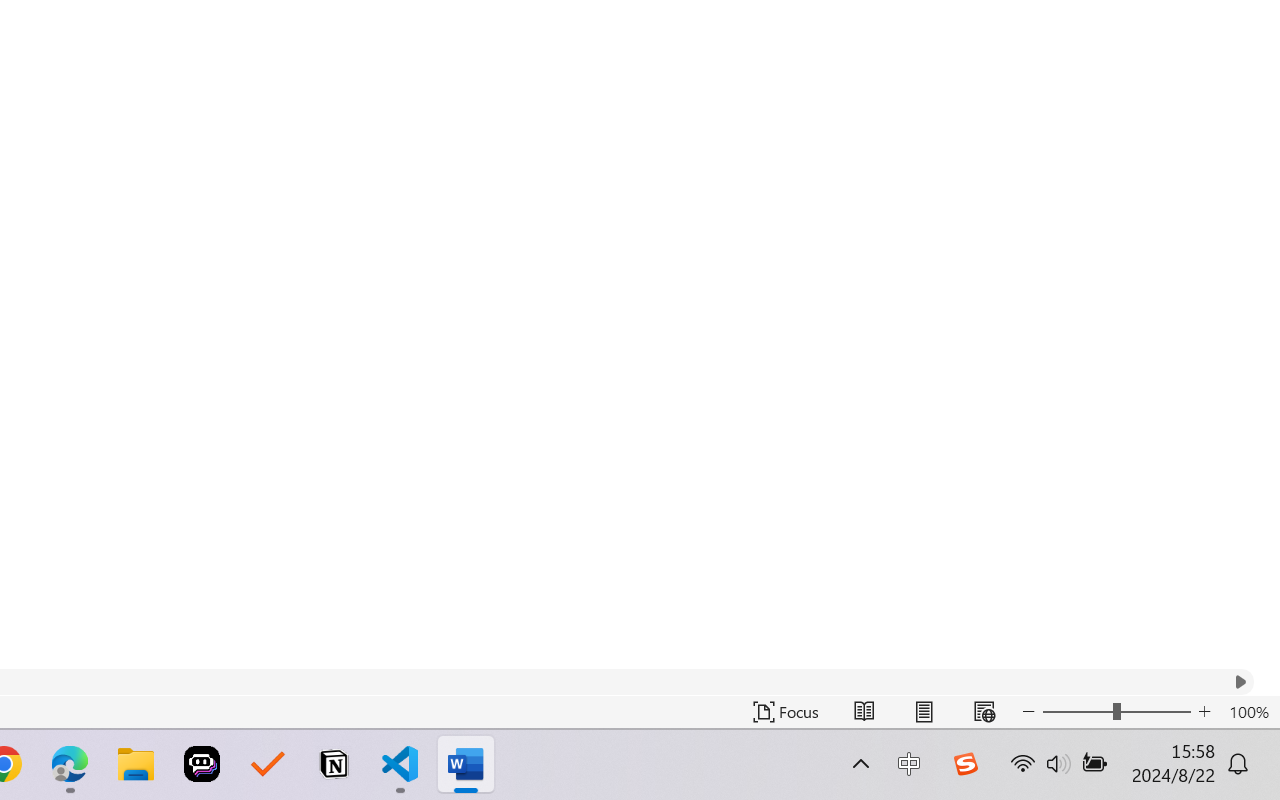 Image resolution: width=1280 pixels, height=800 pixels. What do you see at coordinates (1204, 711) in the screenshot?
I see `'Zoom In'` at bounding box center [1204, 711].